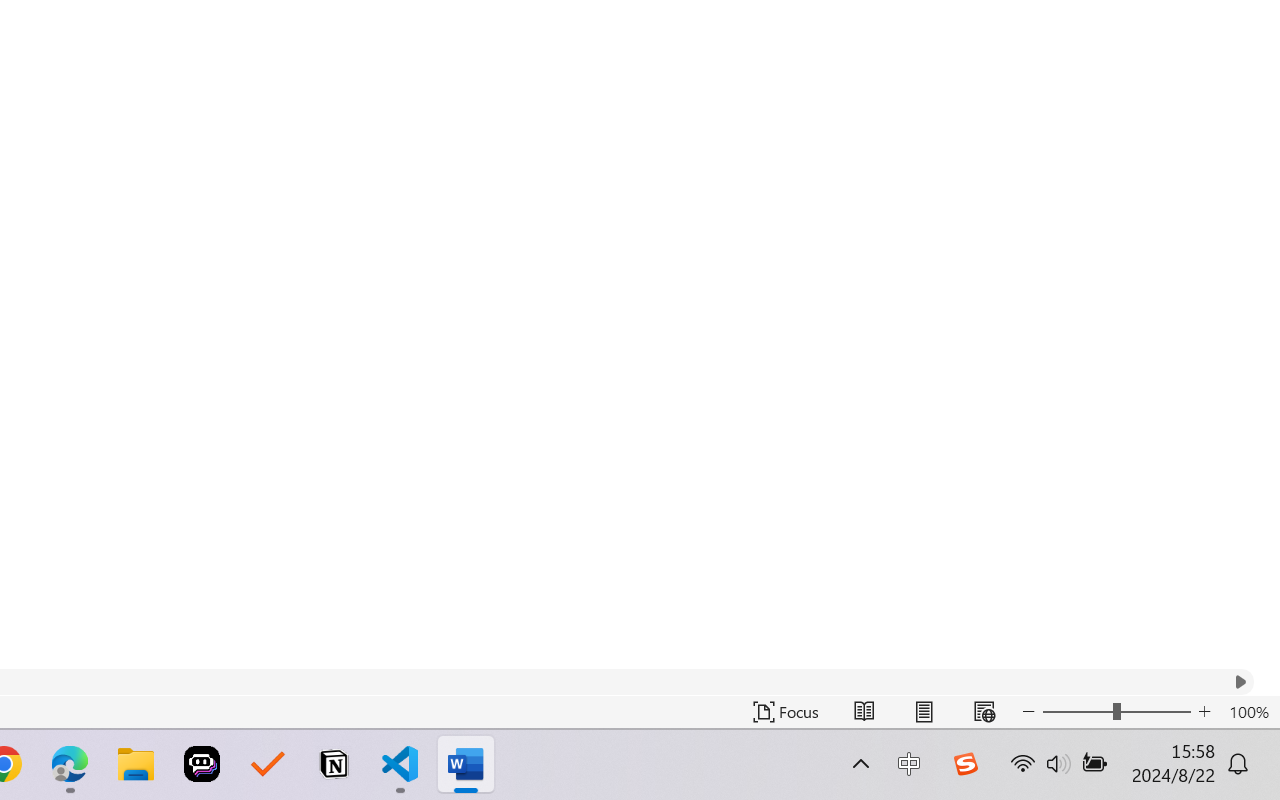 Image resolution: width=1280 pixels, height=800 pixels. What do you see at coordinates (1204, 711) in the screenshot?
I see `'Zoom In'` at bounding box center [1204, 711].